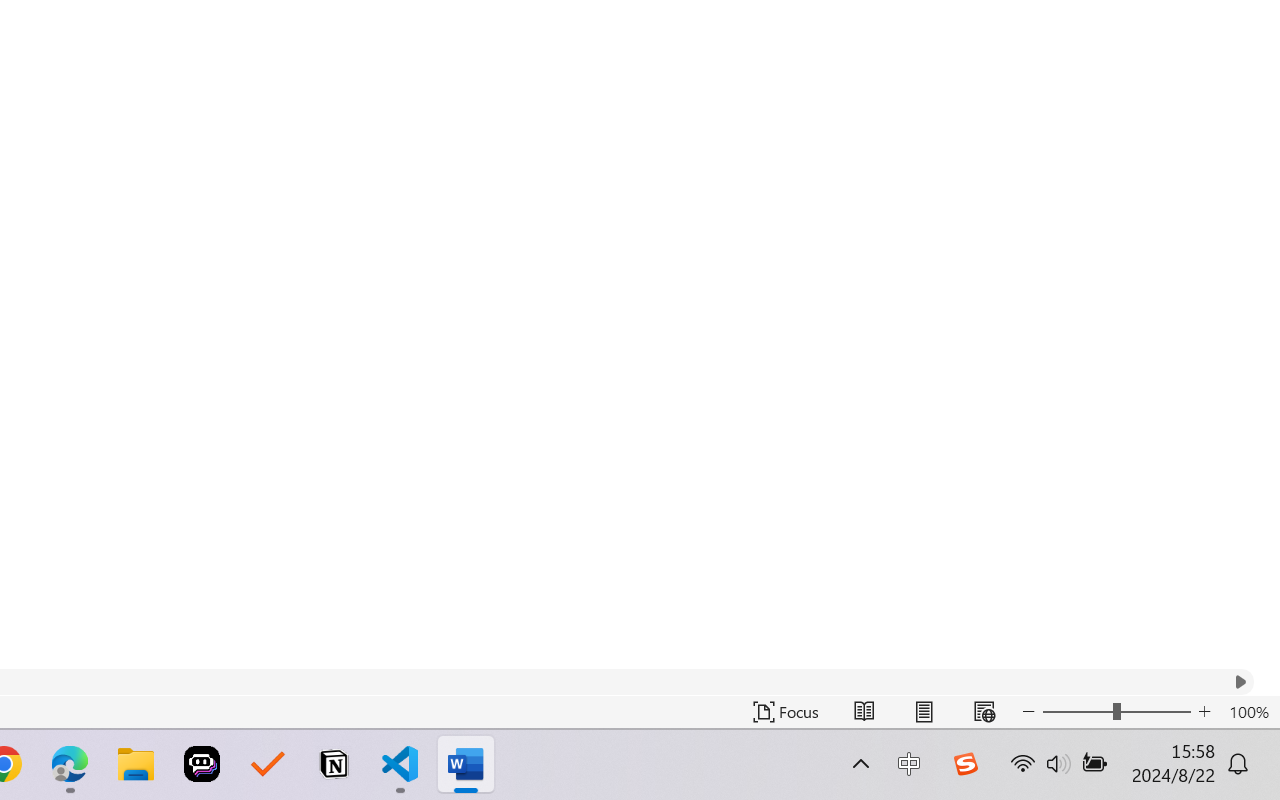 Image resolution: width=1280 pixels, height=800 pixels. What do you see at coordinates (1204, 711) in the screenshot?
I see `'Zoom In'` at bounding box center [1204, 711].